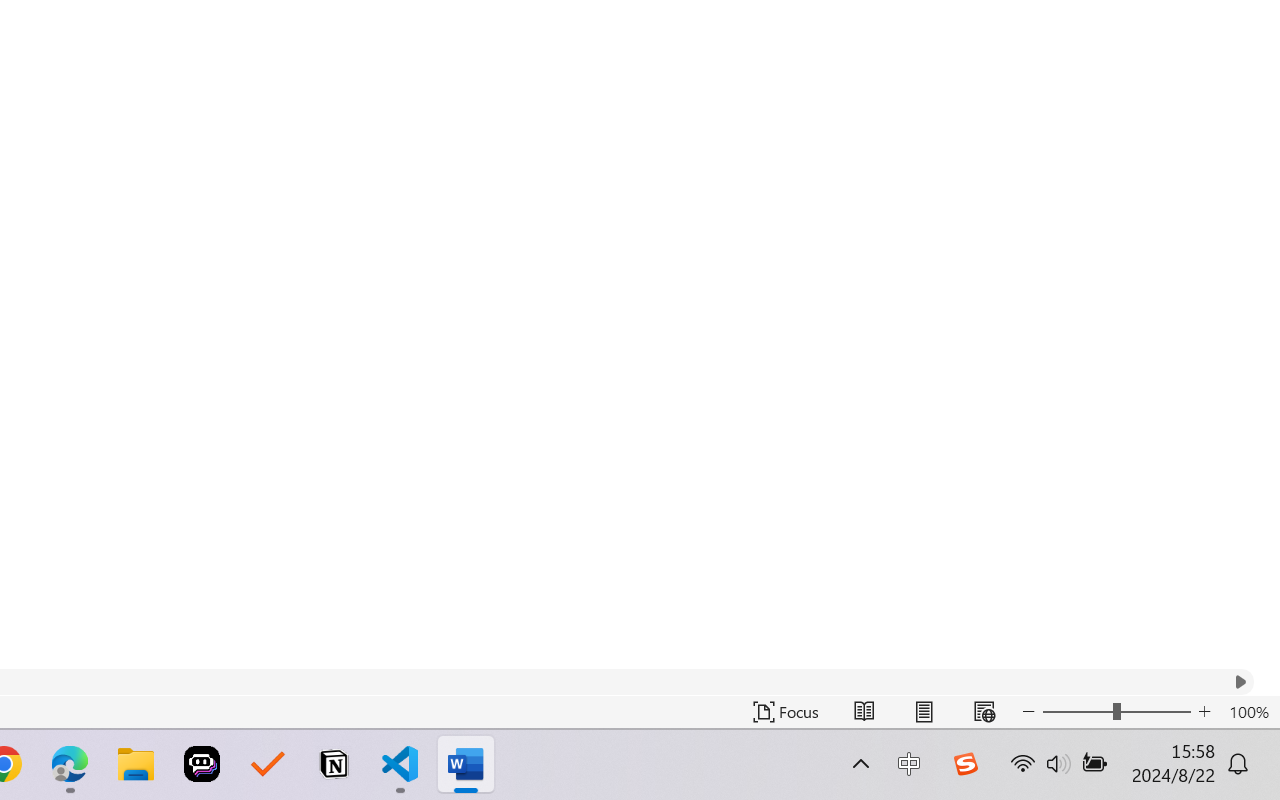 Image resolution: width=1280 pixels, height=800 pixels. What do you see at coordinates (1204, 711) in the screenshot?
I see `'Zoom In'` at bounding box center [1204, 711].